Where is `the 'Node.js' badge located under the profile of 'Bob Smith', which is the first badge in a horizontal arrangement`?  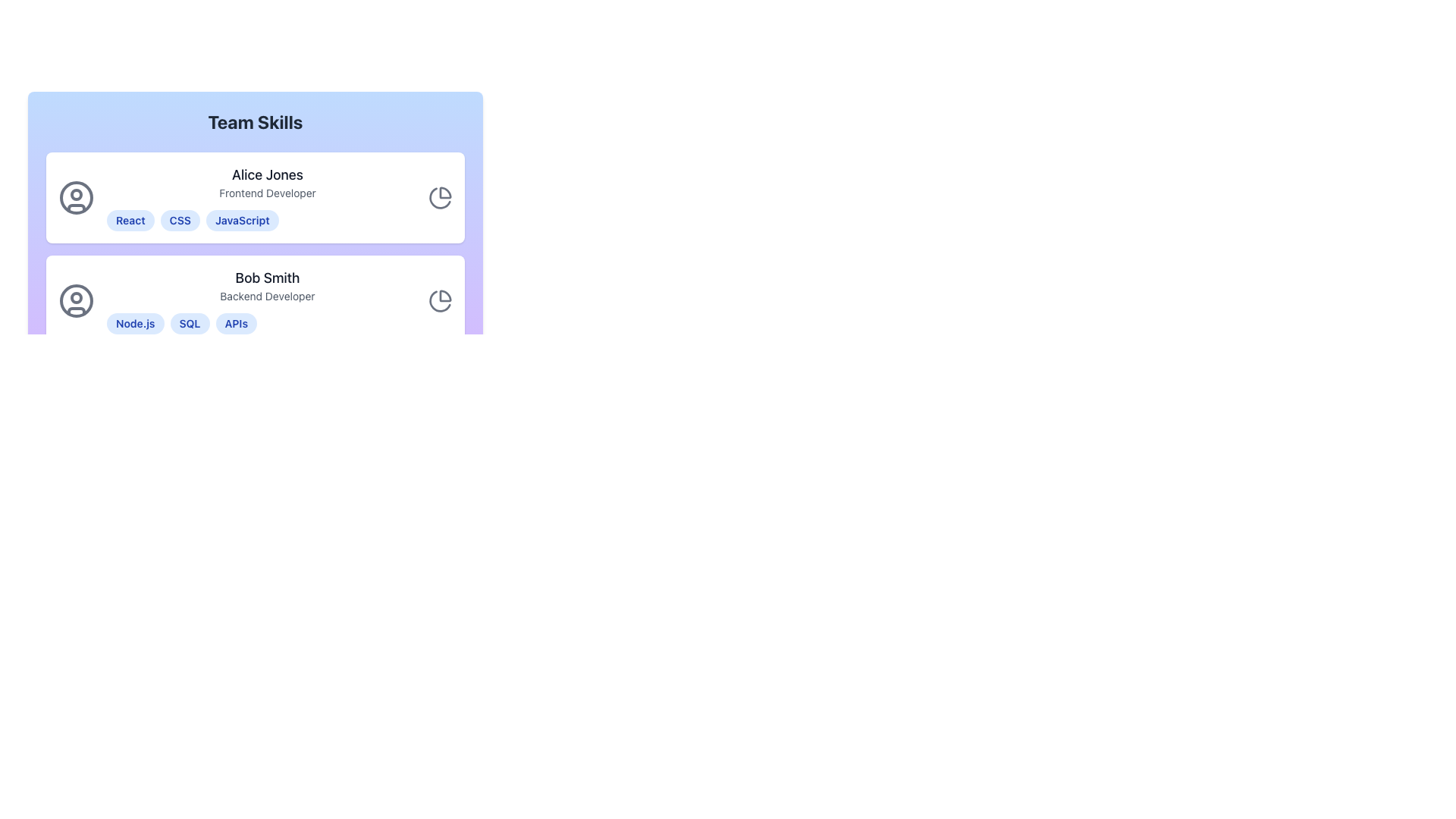
the 'Node.js' badge located under the profile of 'Bob Smith', which is the first badge in a horizontal arrangement is located at coordinates (135, 323).